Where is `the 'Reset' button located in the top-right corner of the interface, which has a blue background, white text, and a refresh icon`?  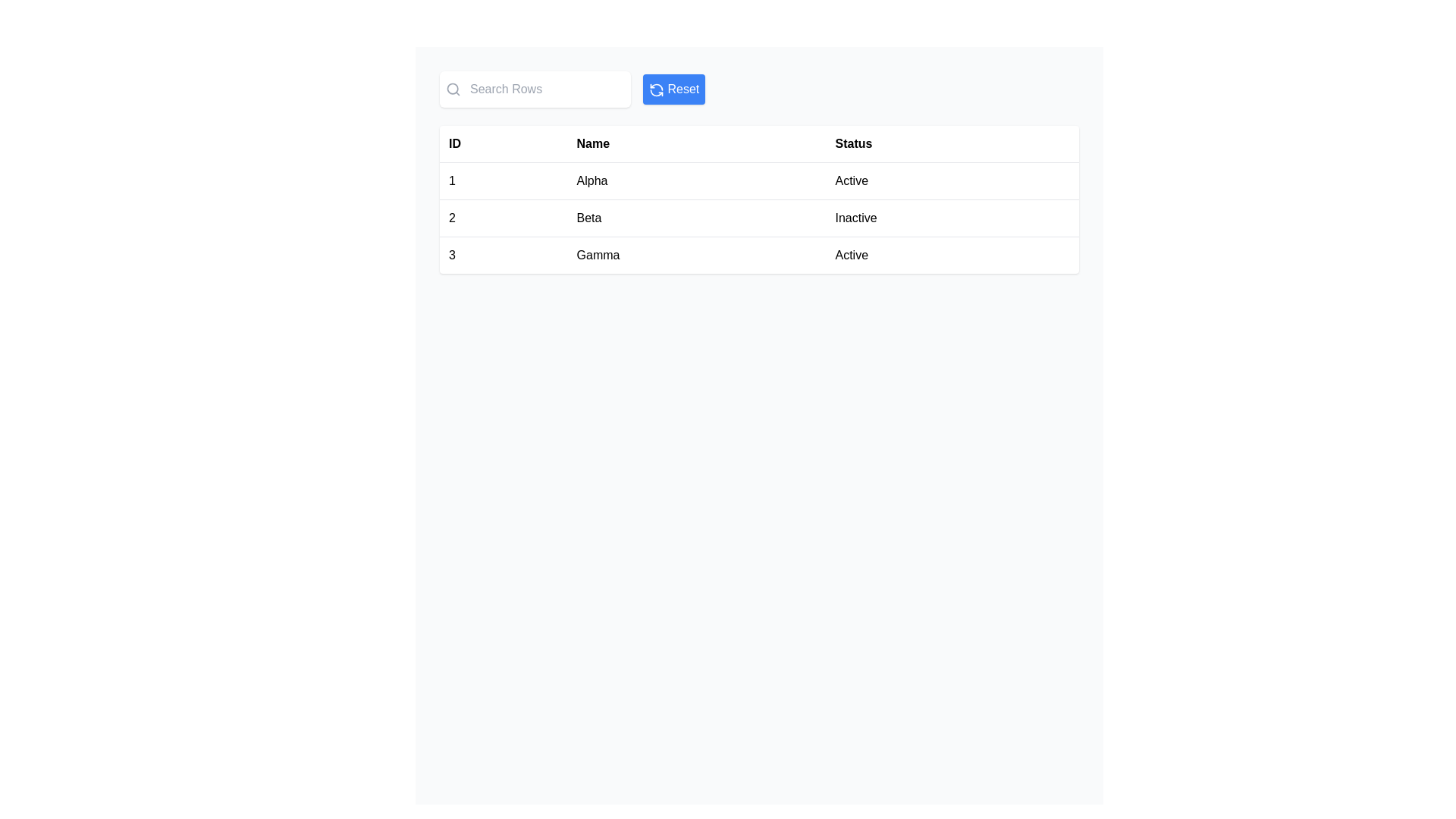
the 'Reset' button located in the top-right corner of the interface, which has a blue background, white text, and a refresh icon is located at coordinates (673, 89).